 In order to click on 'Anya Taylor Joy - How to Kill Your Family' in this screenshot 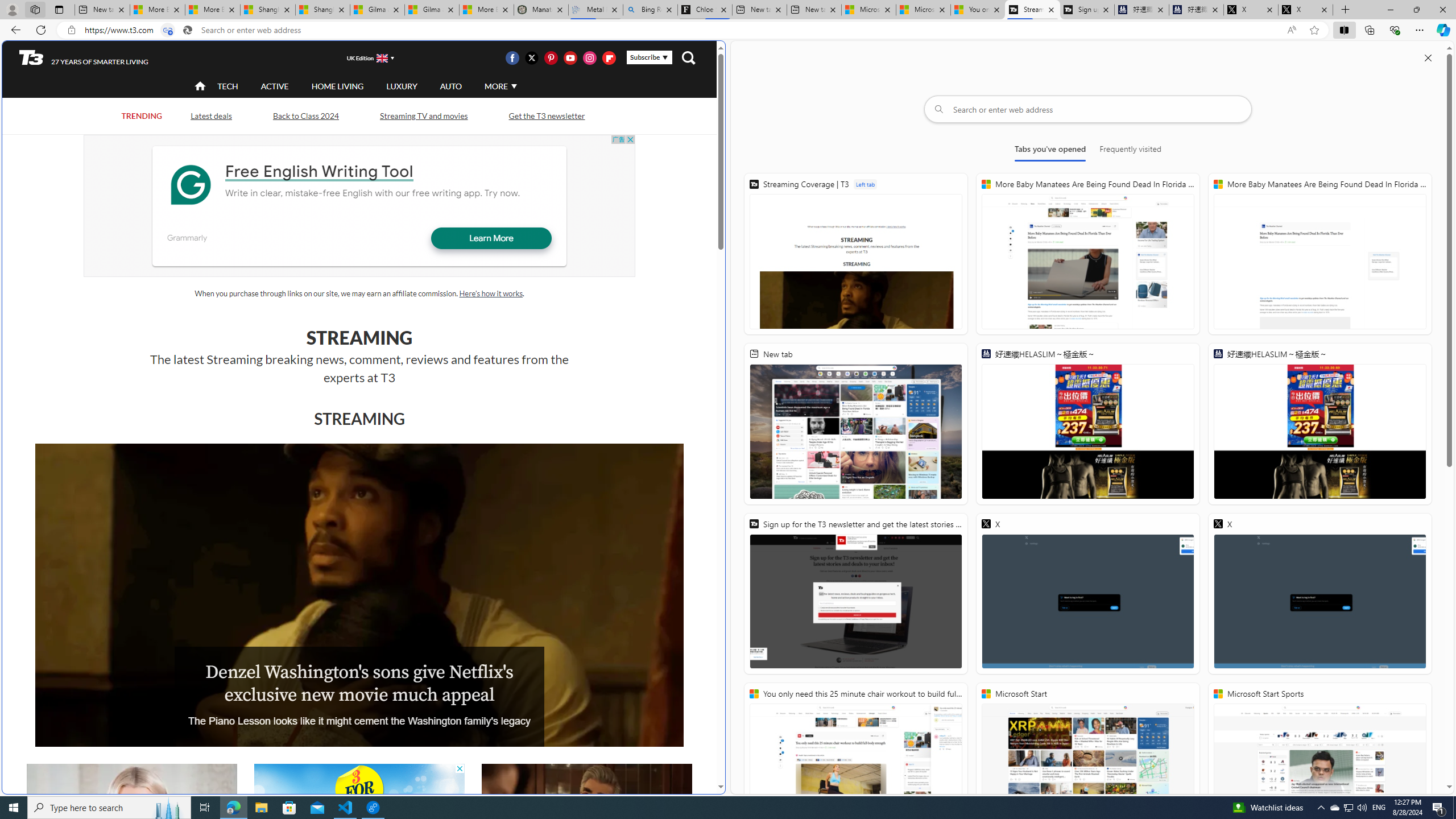, I will do `click(131, 819)`.